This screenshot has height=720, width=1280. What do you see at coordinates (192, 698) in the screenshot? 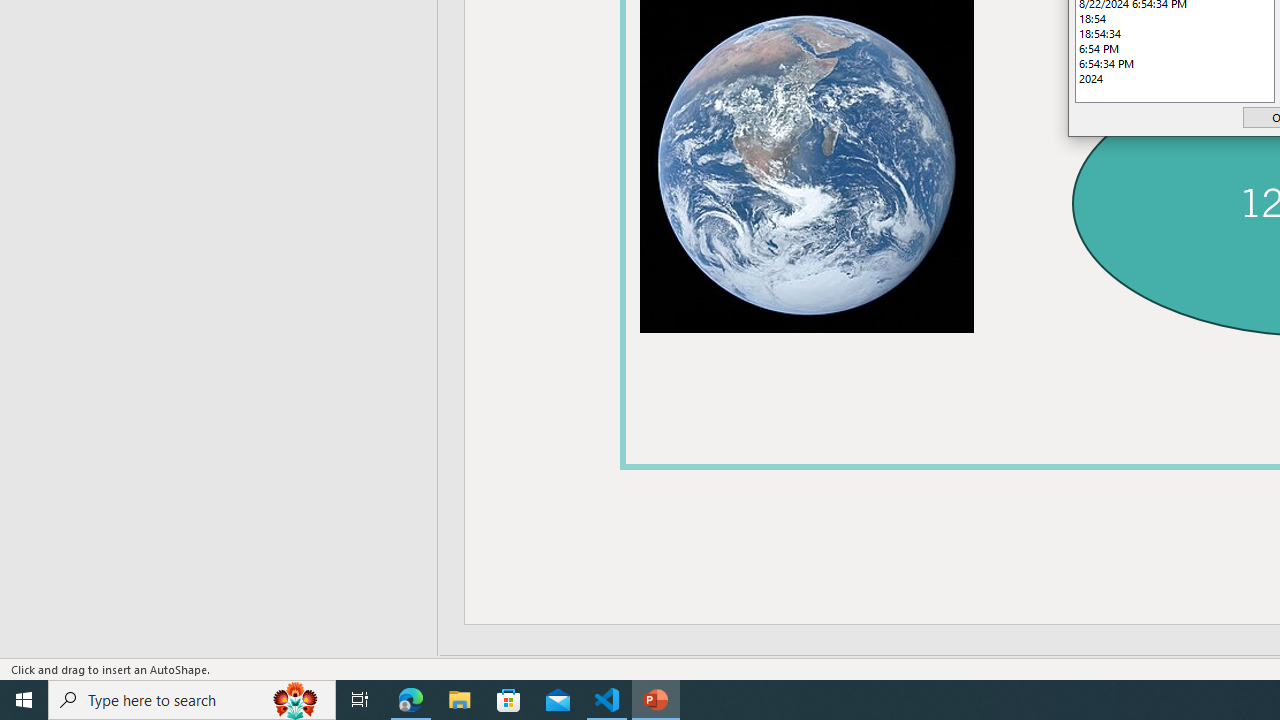
I see `'Type here to search'` at bounding box center [192, 698].